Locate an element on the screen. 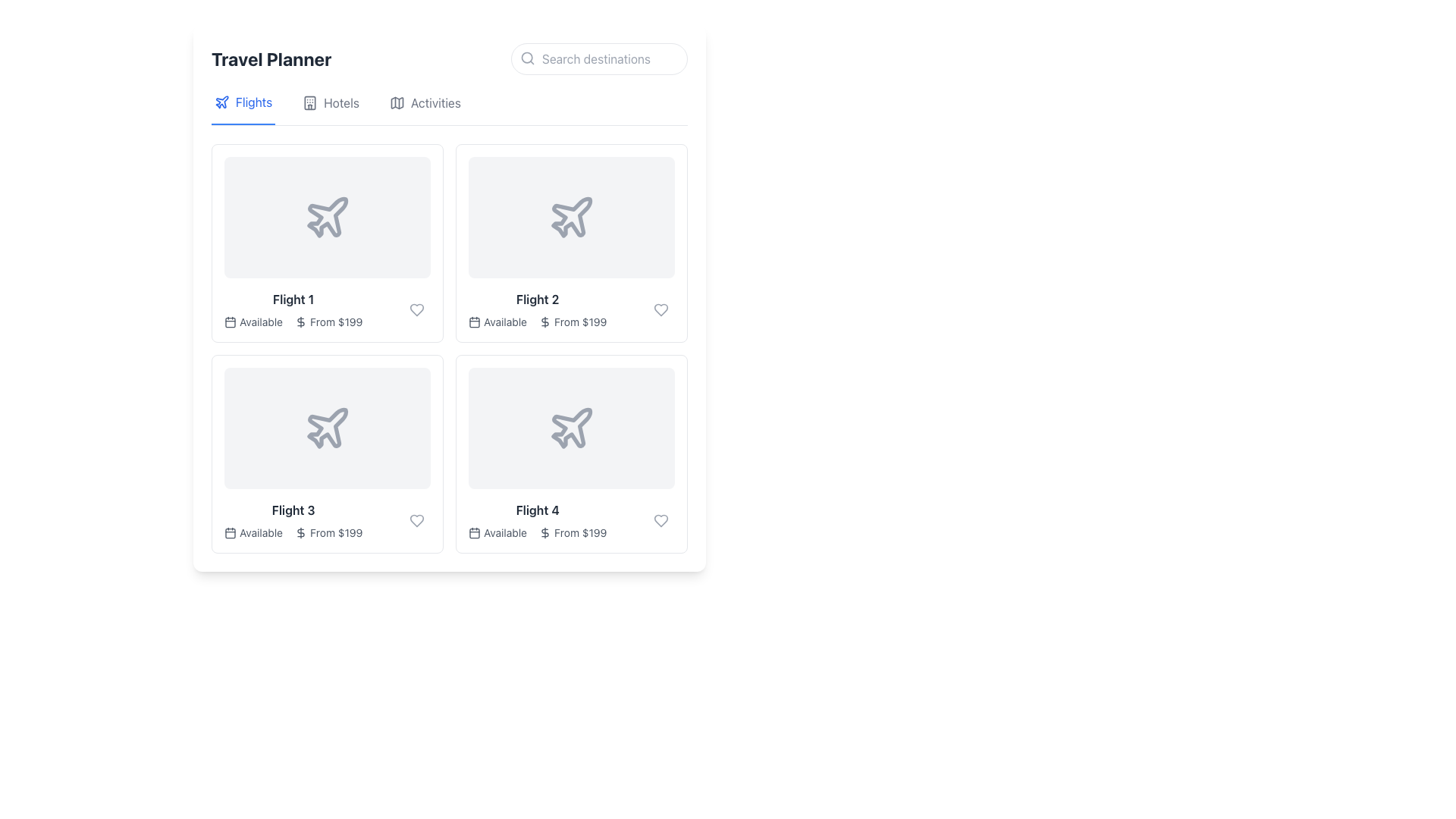 This screenshot has height=819, width=1456. the airplane icon within the 'Flight 2' card in the 'Travel Planner' section under the 'Flights' tab is located at coordinates (570, 217).